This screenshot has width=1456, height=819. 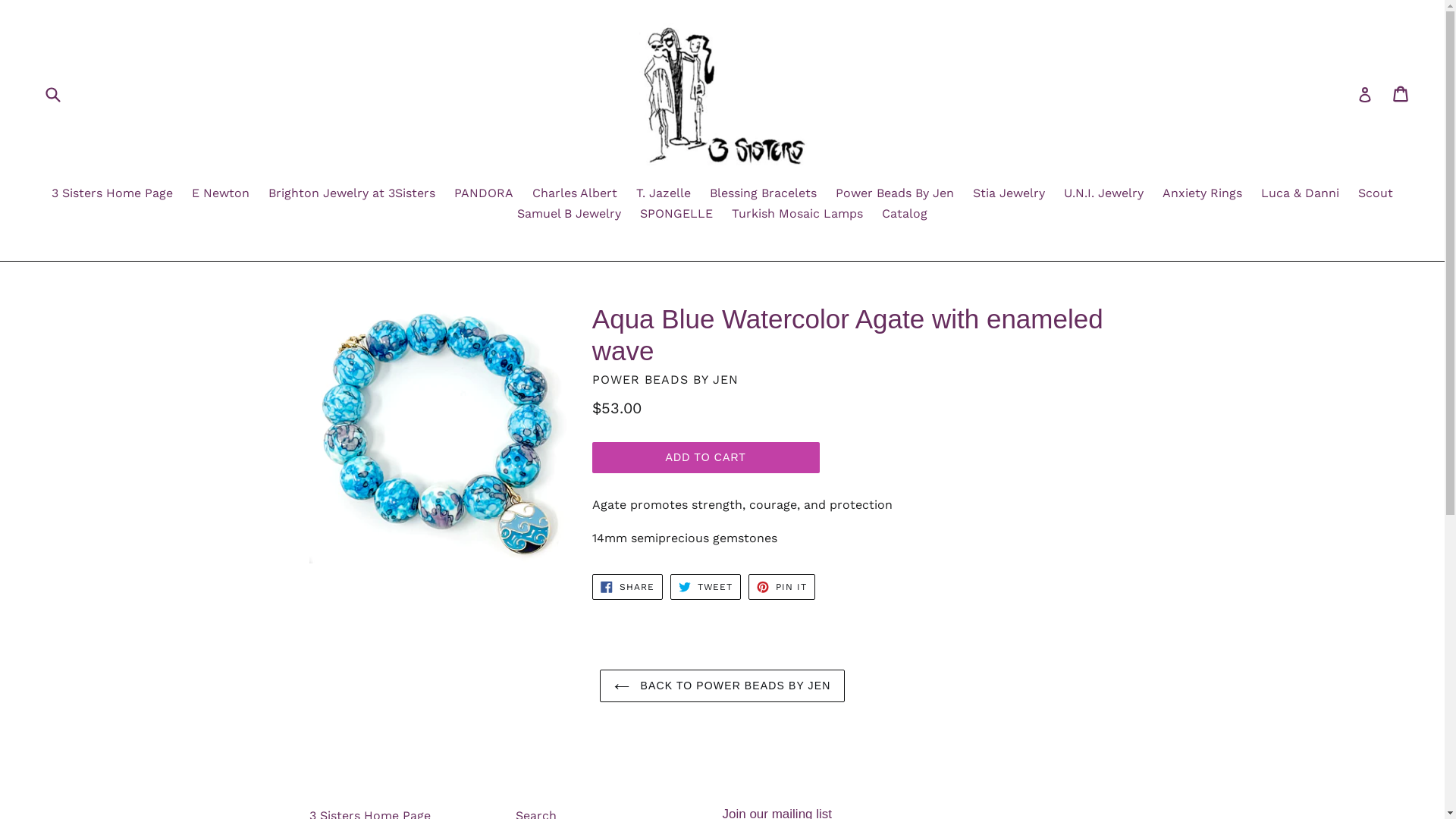 I want to click on 'Luca & Danni', so click(x=1299, y=193).